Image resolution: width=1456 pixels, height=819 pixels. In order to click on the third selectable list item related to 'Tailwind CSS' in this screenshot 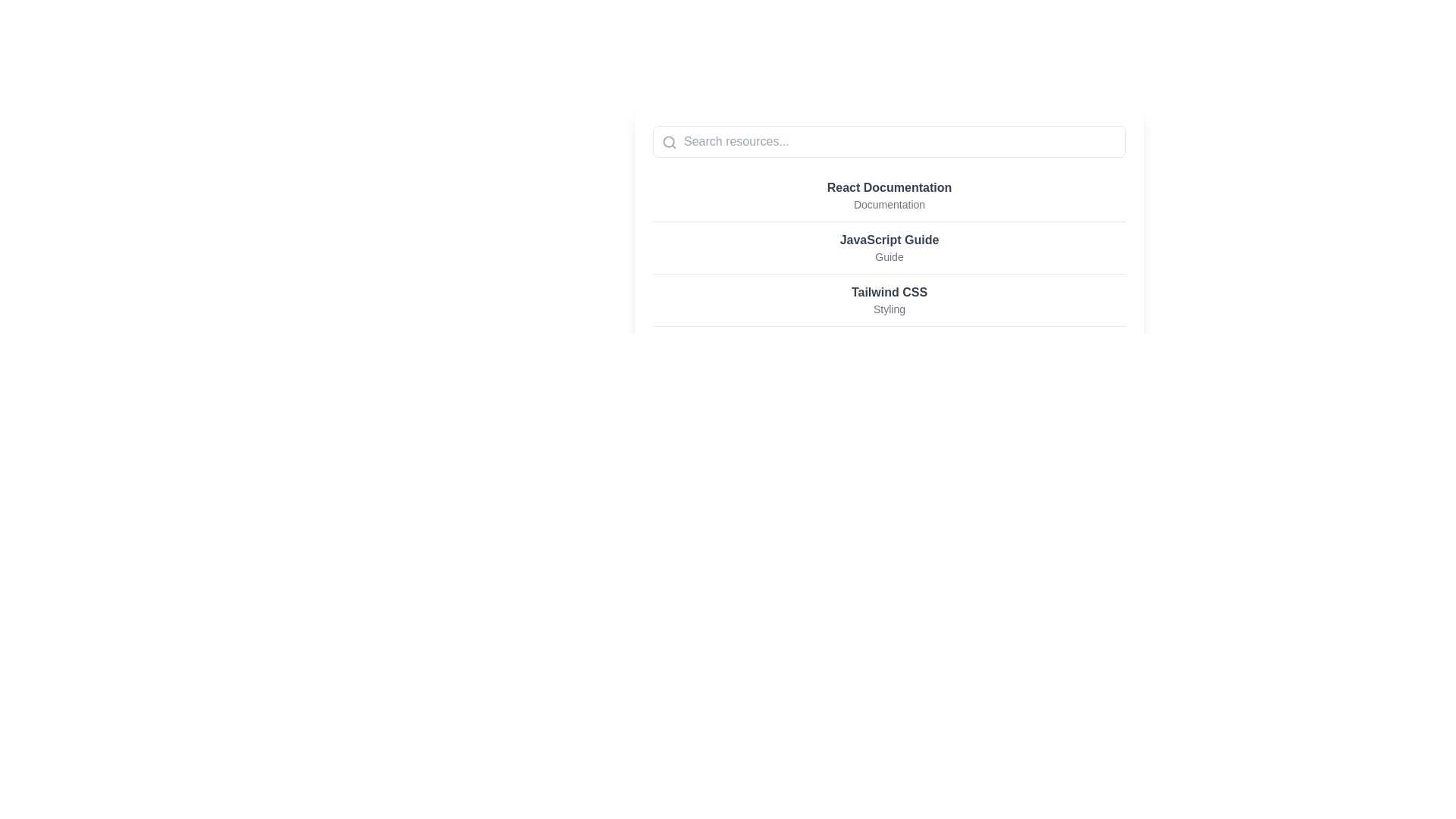, I will do `click(889, 300)`.